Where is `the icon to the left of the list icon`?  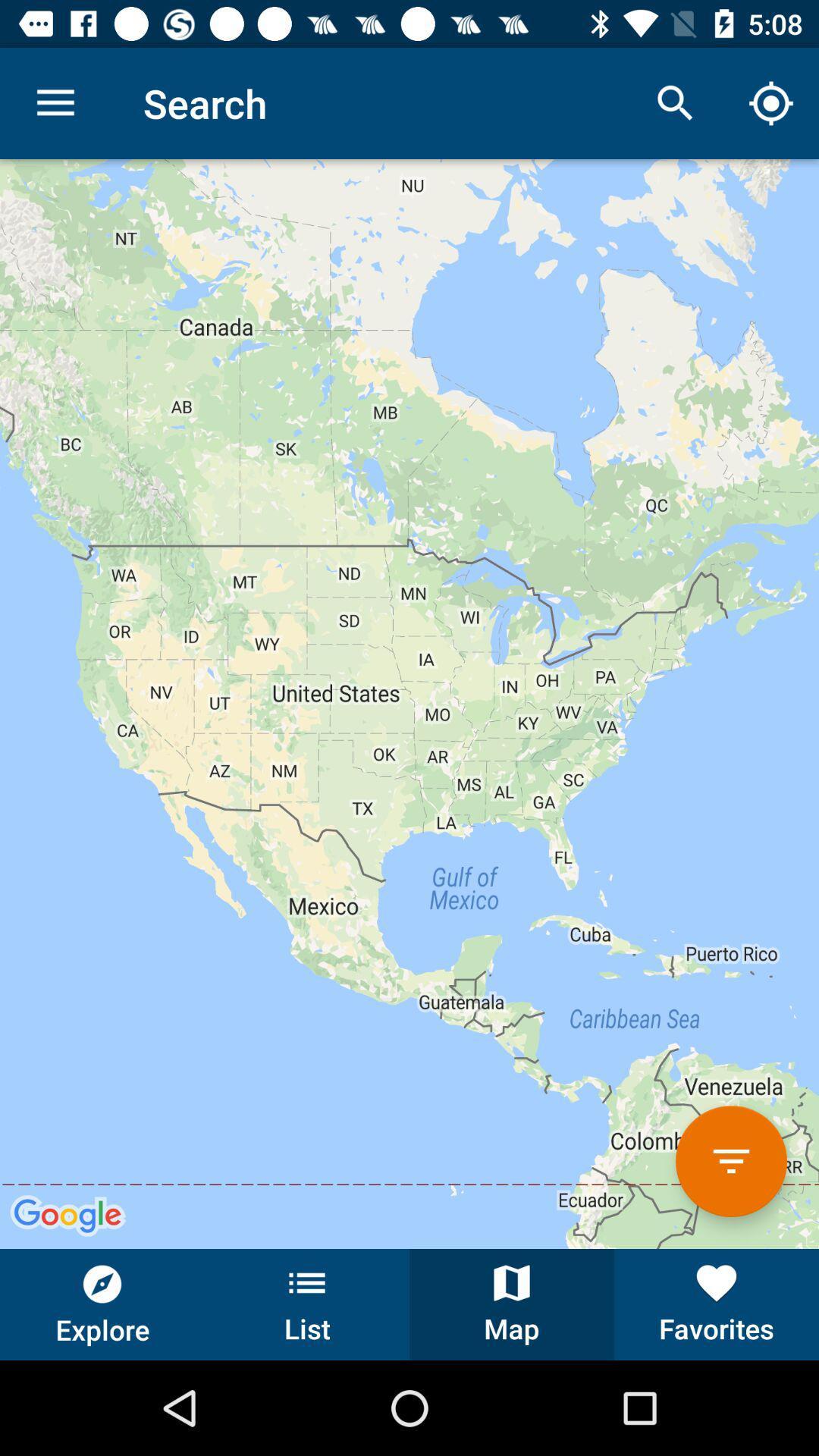 the icon to the left of the list icon is located at coordinates (102, 1304).